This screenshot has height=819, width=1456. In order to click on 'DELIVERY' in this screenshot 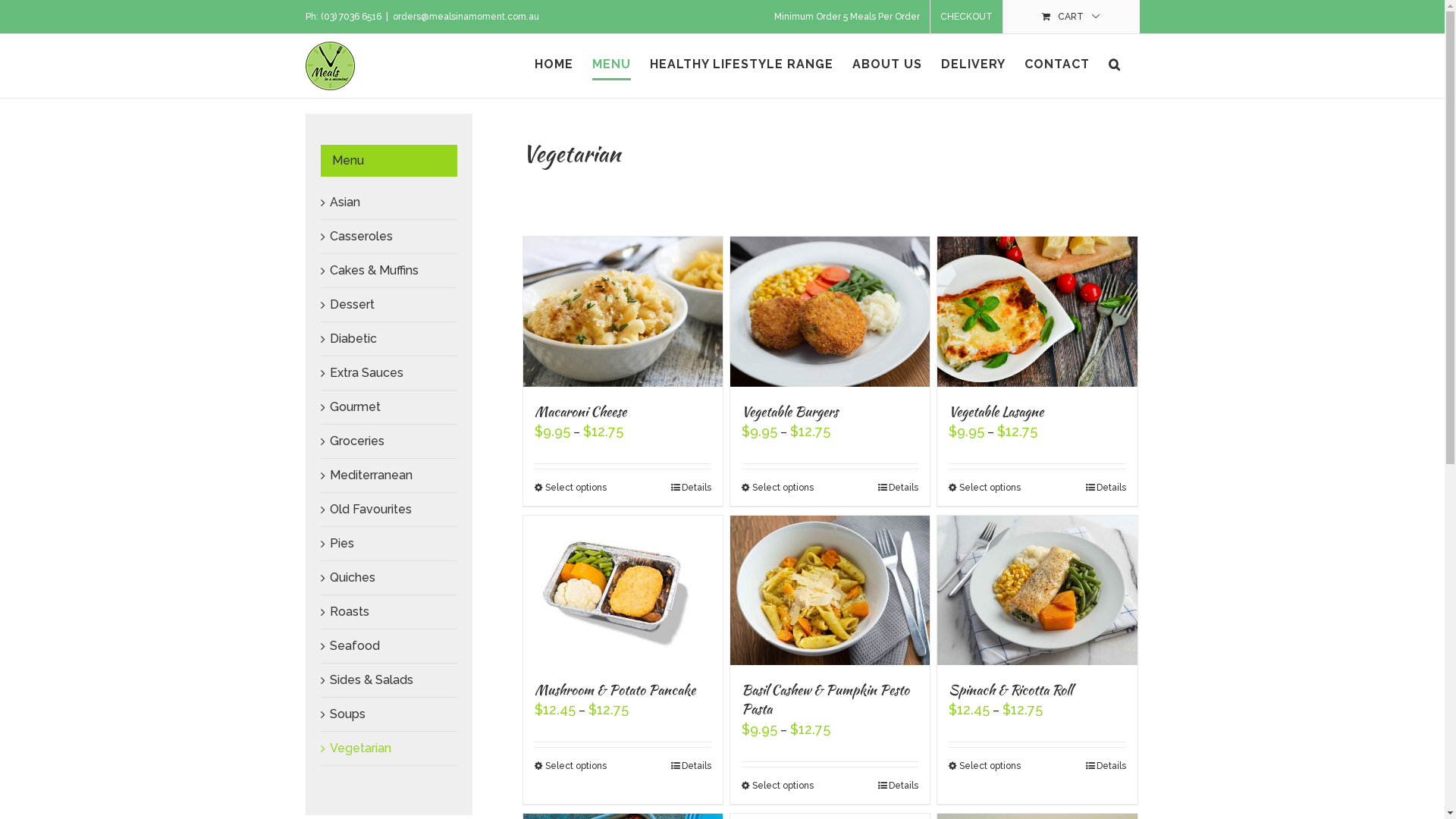, I will do `click(972, 63)`.